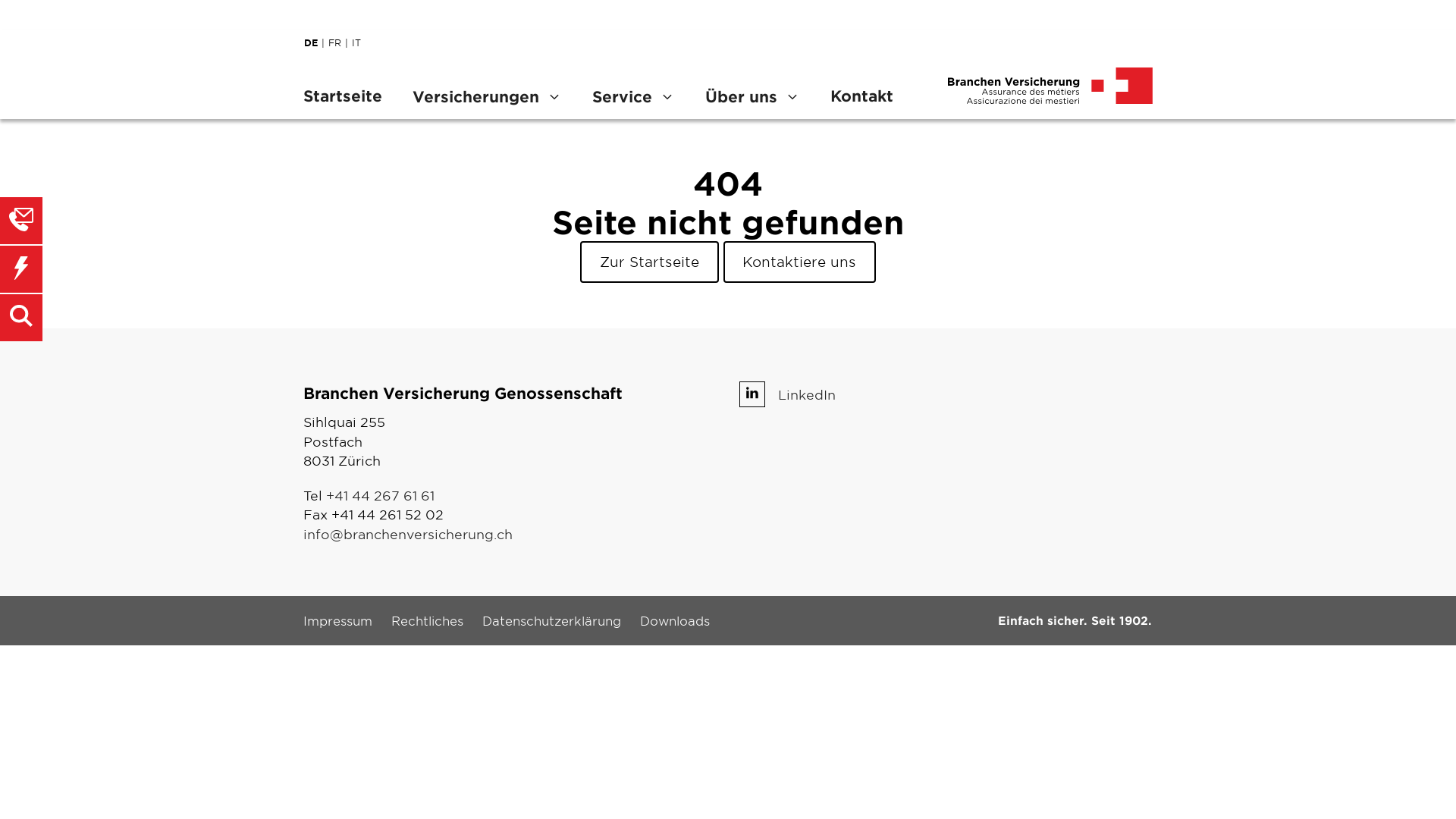  Describe the element at coordinates (426, 620) in the screenshot. I see `'Rechtliches'` at that location.